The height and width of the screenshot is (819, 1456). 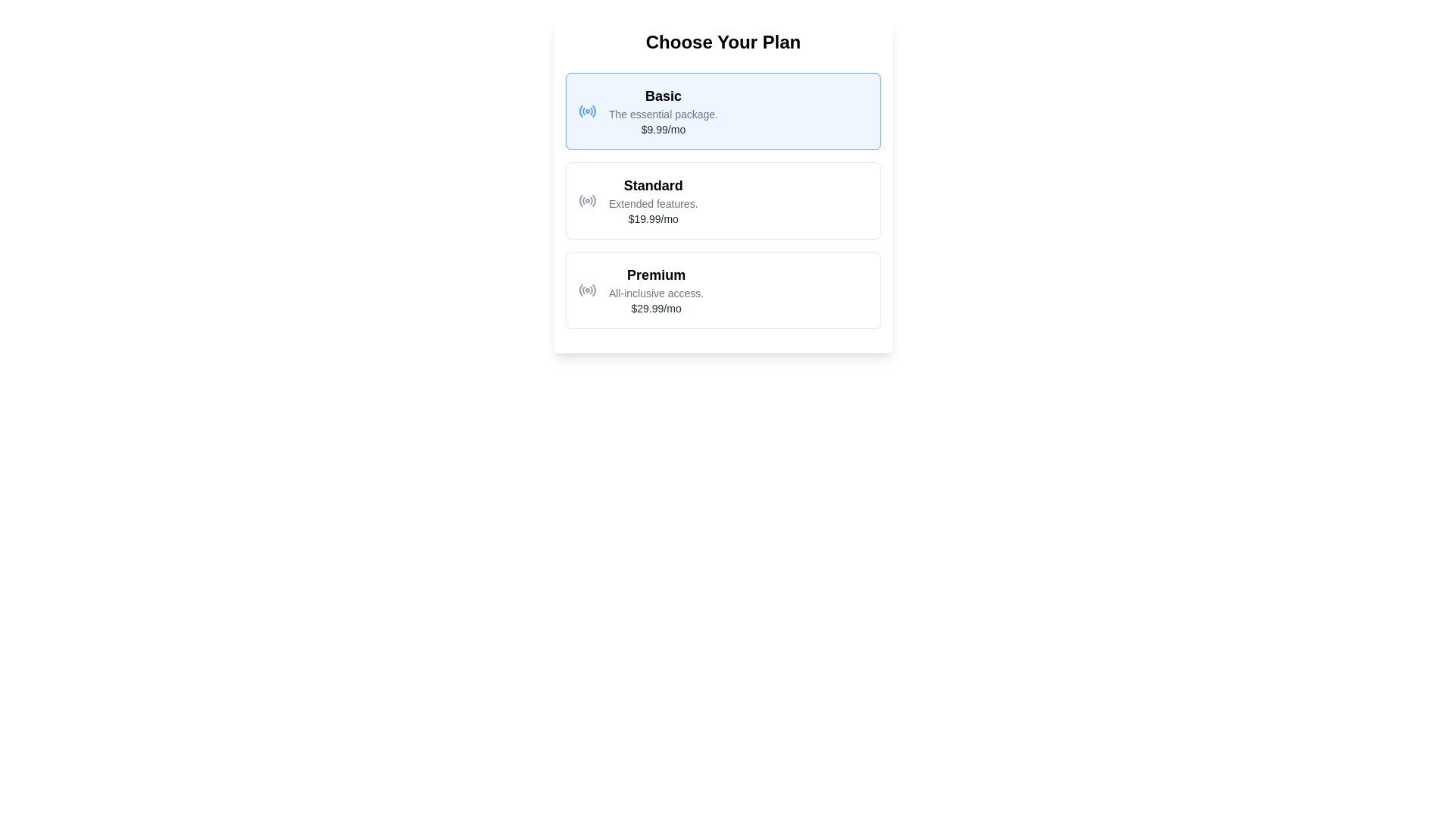 I want to click on the blue circular radio button, so click(x=586, y=110).